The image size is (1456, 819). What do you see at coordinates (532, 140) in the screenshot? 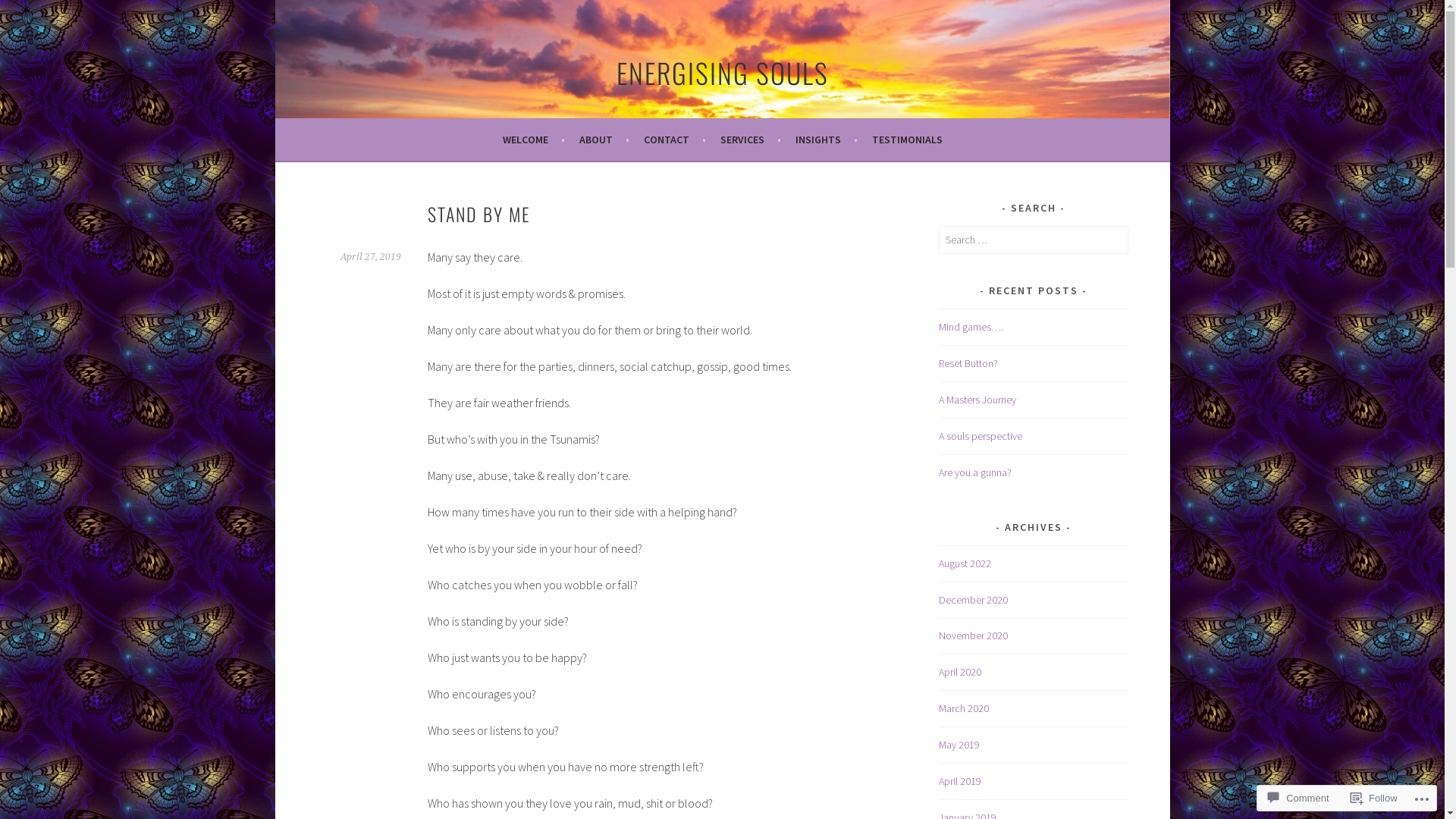
I see `'WELCOME'` at bounding box center [532, 140].